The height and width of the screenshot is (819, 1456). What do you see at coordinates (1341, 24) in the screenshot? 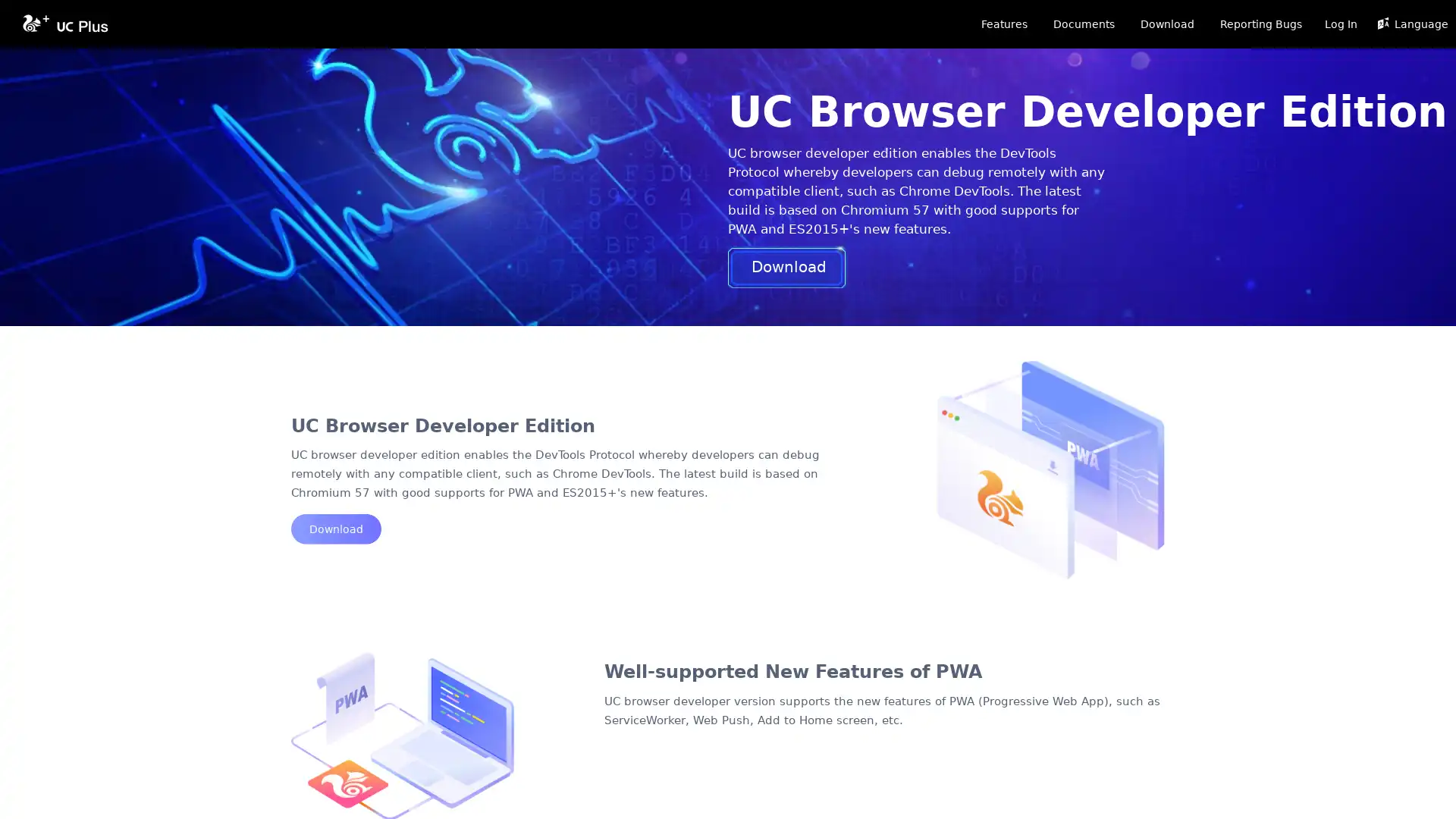
I see `Log In` at bounding box center [1341, 24].